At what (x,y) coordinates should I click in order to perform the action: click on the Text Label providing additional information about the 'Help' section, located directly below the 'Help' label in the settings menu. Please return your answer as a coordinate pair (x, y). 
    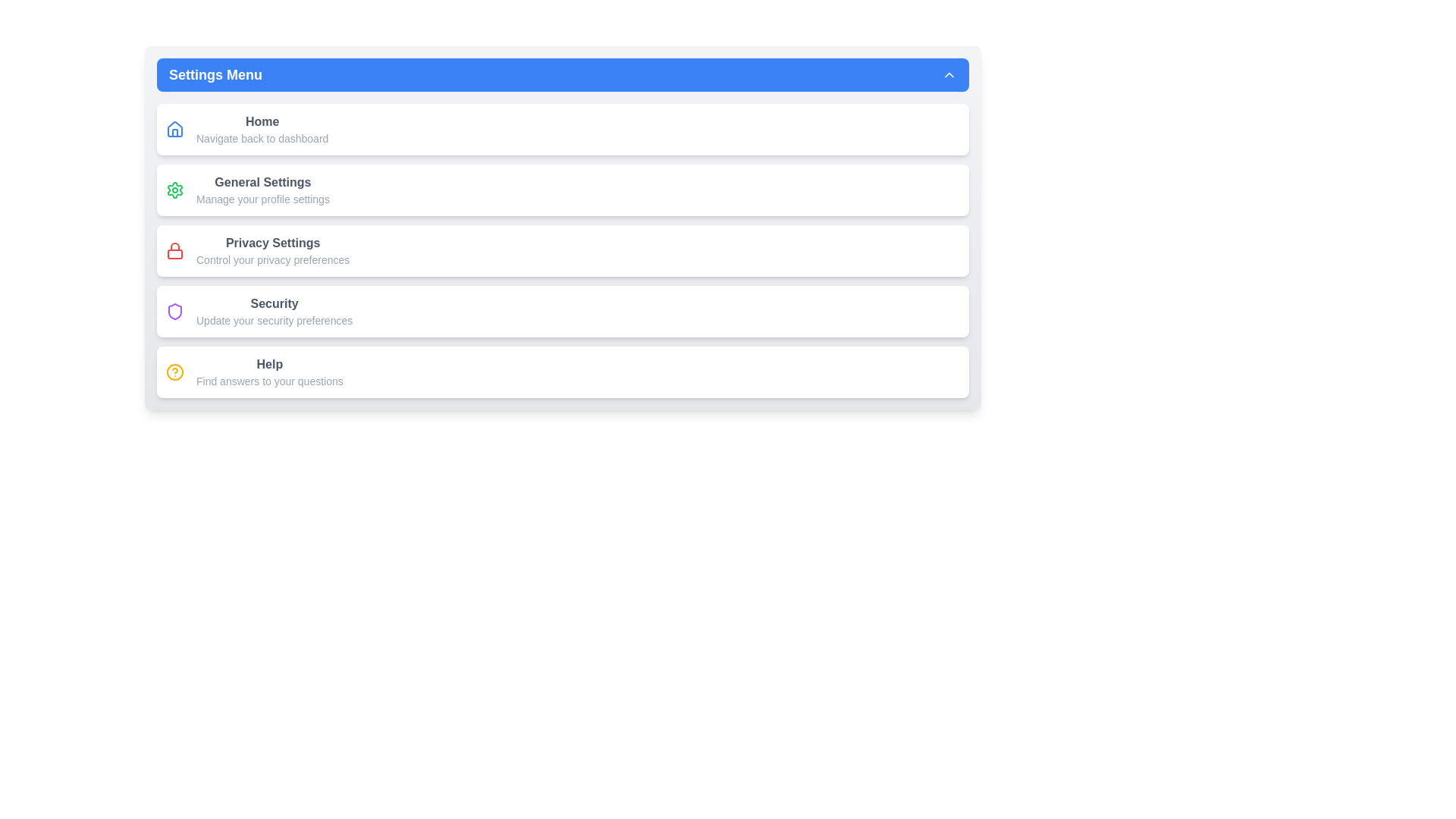
    Looking at the image, I should click on (269, 380).